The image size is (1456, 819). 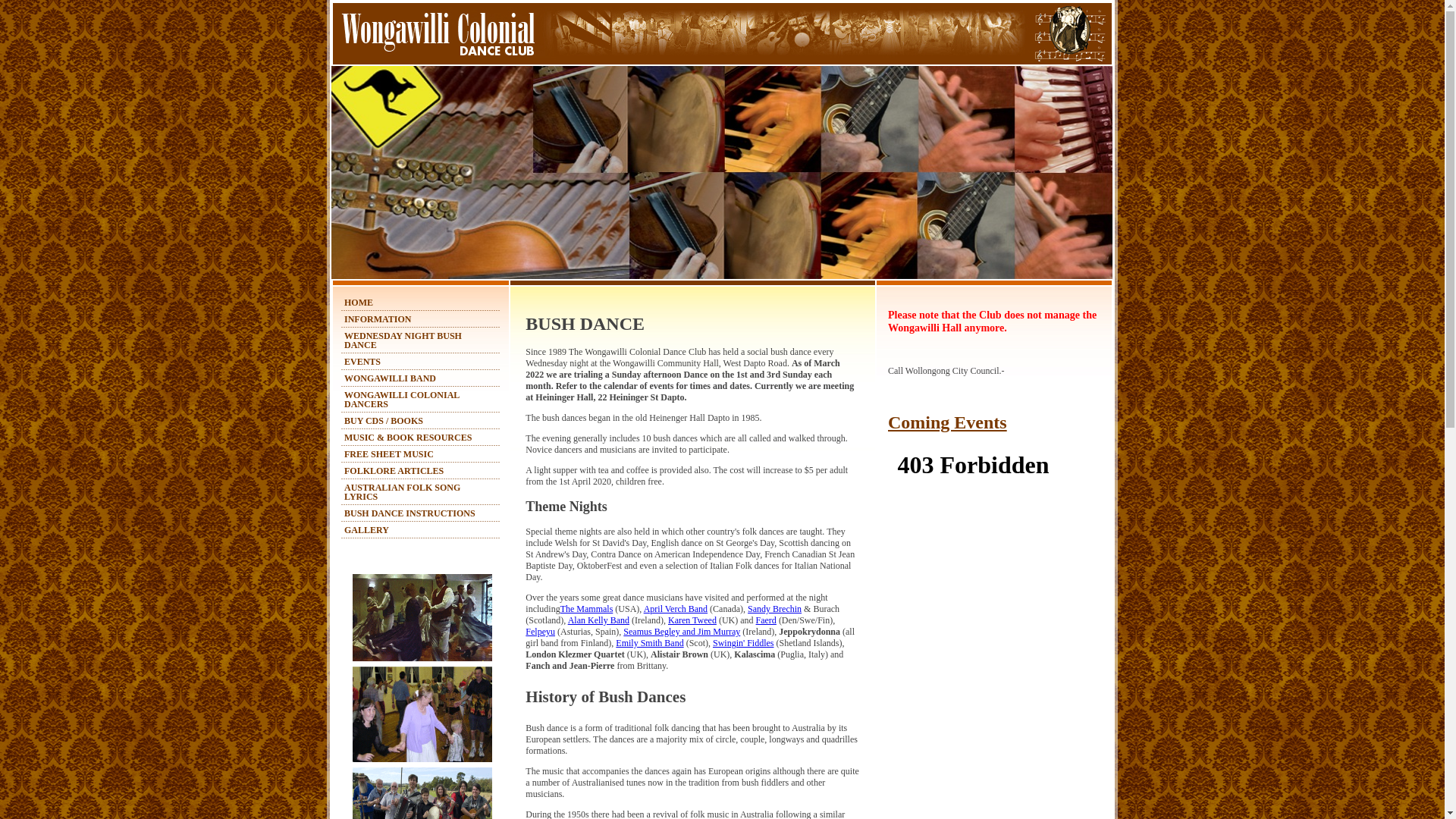 I want to click on 'April Verch Band', so click(x=644, y=607).